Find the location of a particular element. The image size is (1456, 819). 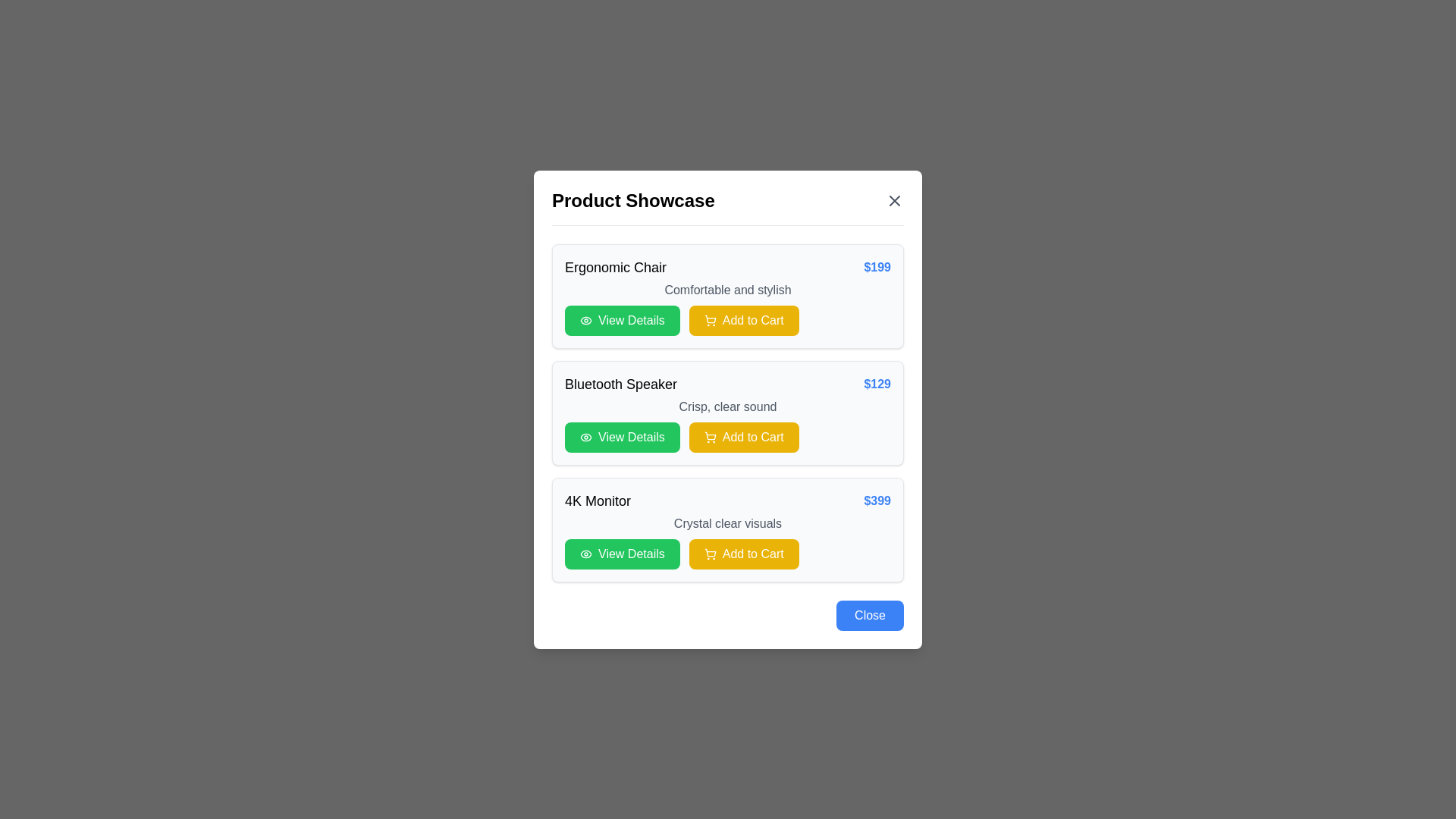

the shopping cart icon, which is a yellow button with rounded corners located to the right of the green 'View Details' button in the 'Add to Cart' section of the 'Bluetooth Speaker' product card is located at coordinates (709, 437).